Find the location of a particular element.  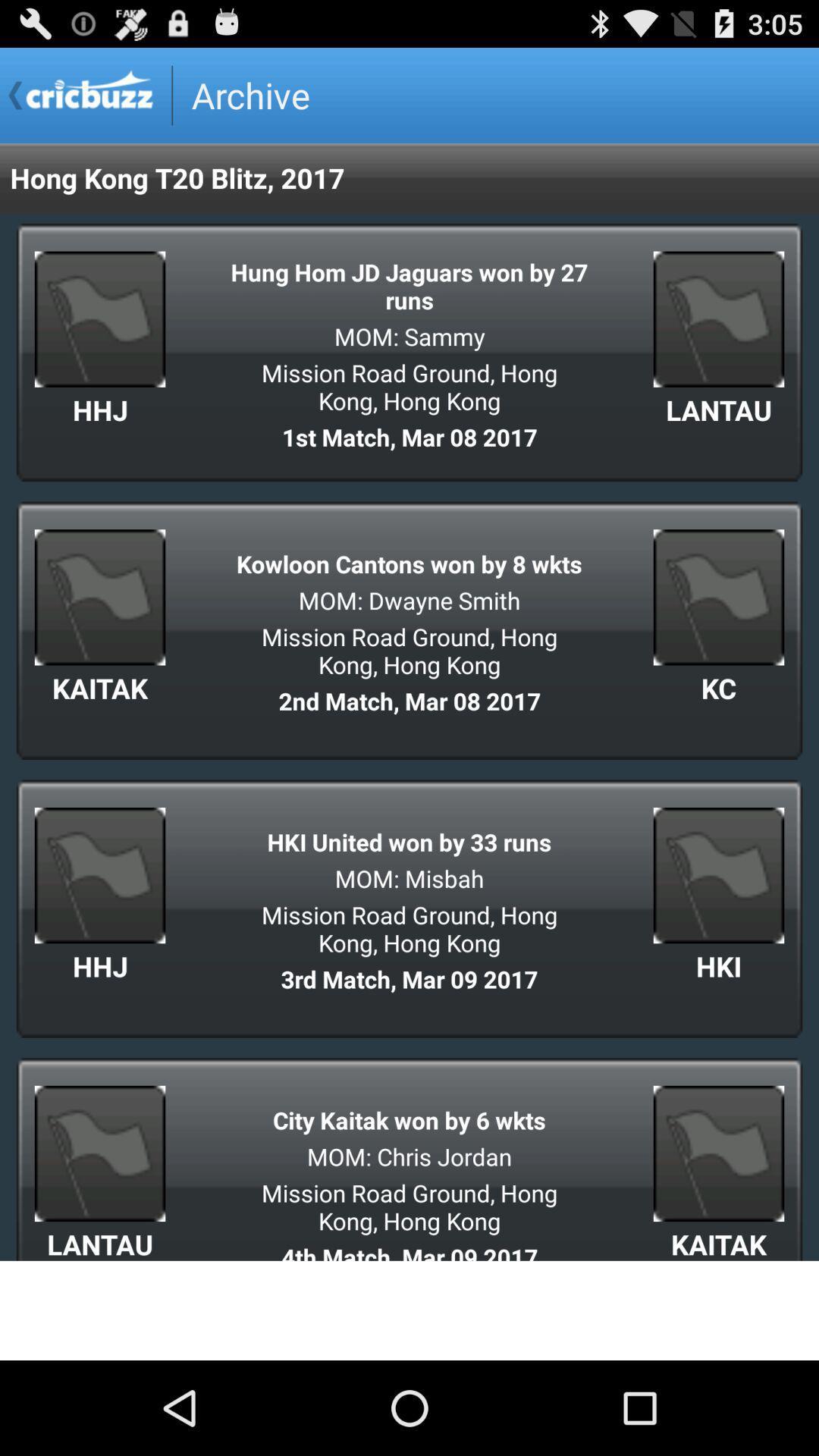

kc icon is located at coordinates (718, 687).